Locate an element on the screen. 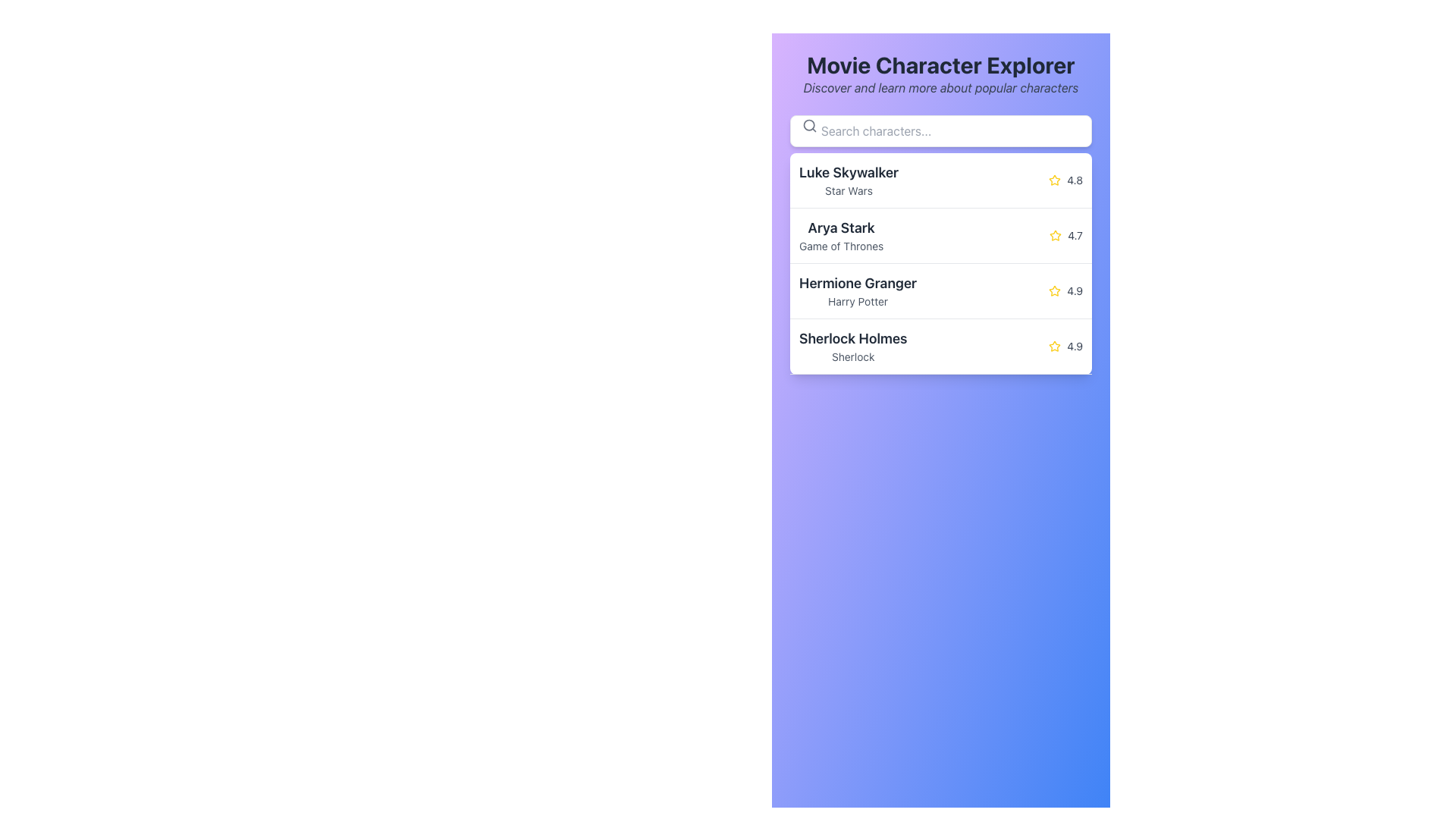  the text block displaying the character name 'Sherlock Holmes' is located at coordinates (853, 346).